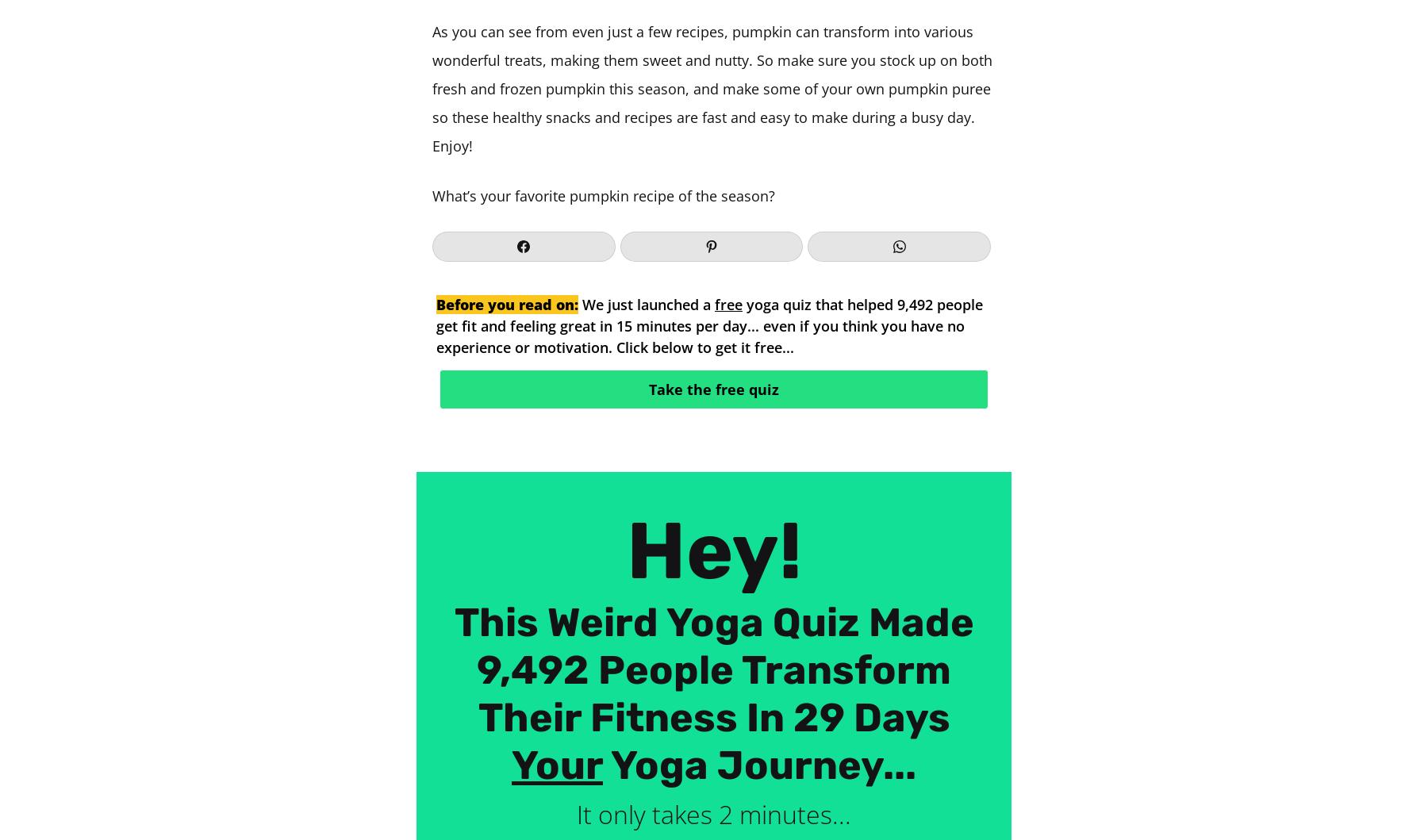  Describe the element at coordinates (714, 813) in the screenshot. I see `'It only takes 2 minutes...'` at that location.